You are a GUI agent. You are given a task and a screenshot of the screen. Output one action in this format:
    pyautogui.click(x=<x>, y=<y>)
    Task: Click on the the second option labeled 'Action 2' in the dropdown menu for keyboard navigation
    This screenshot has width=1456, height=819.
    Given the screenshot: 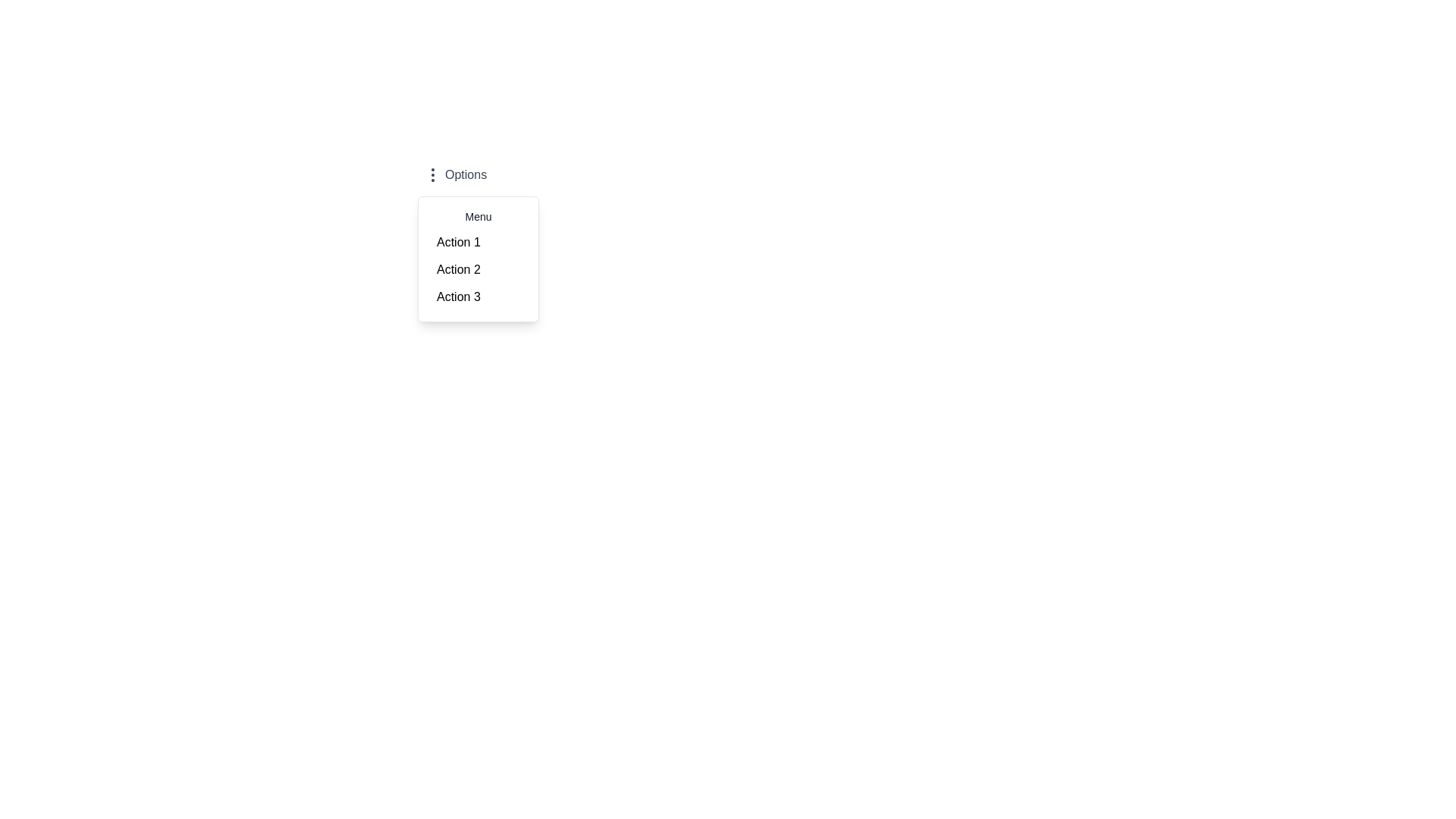 What is the action you would take?
    pyautogui.click(x=477, y=259)
    